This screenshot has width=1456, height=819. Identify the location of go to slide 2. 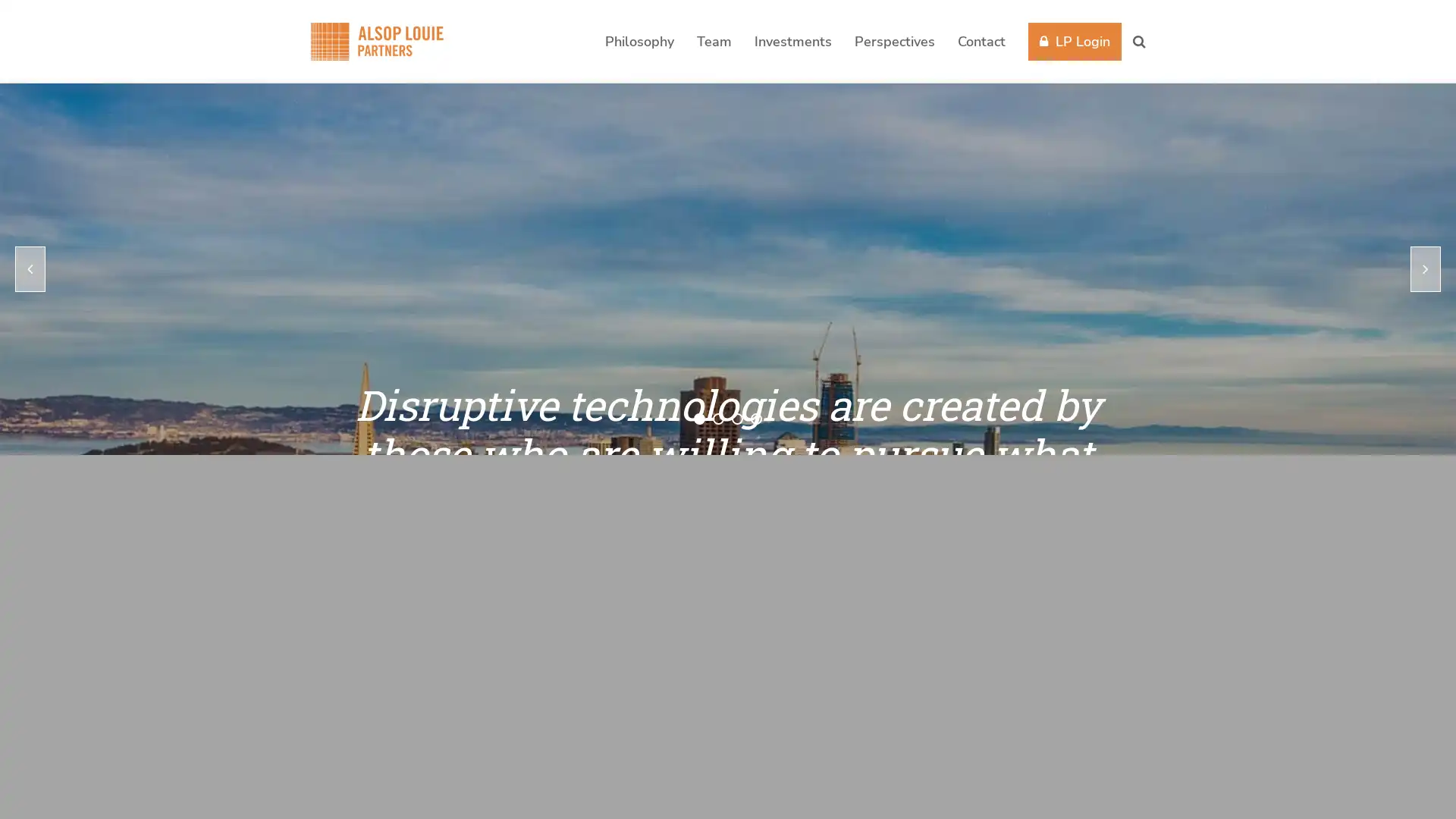
(717, 783).